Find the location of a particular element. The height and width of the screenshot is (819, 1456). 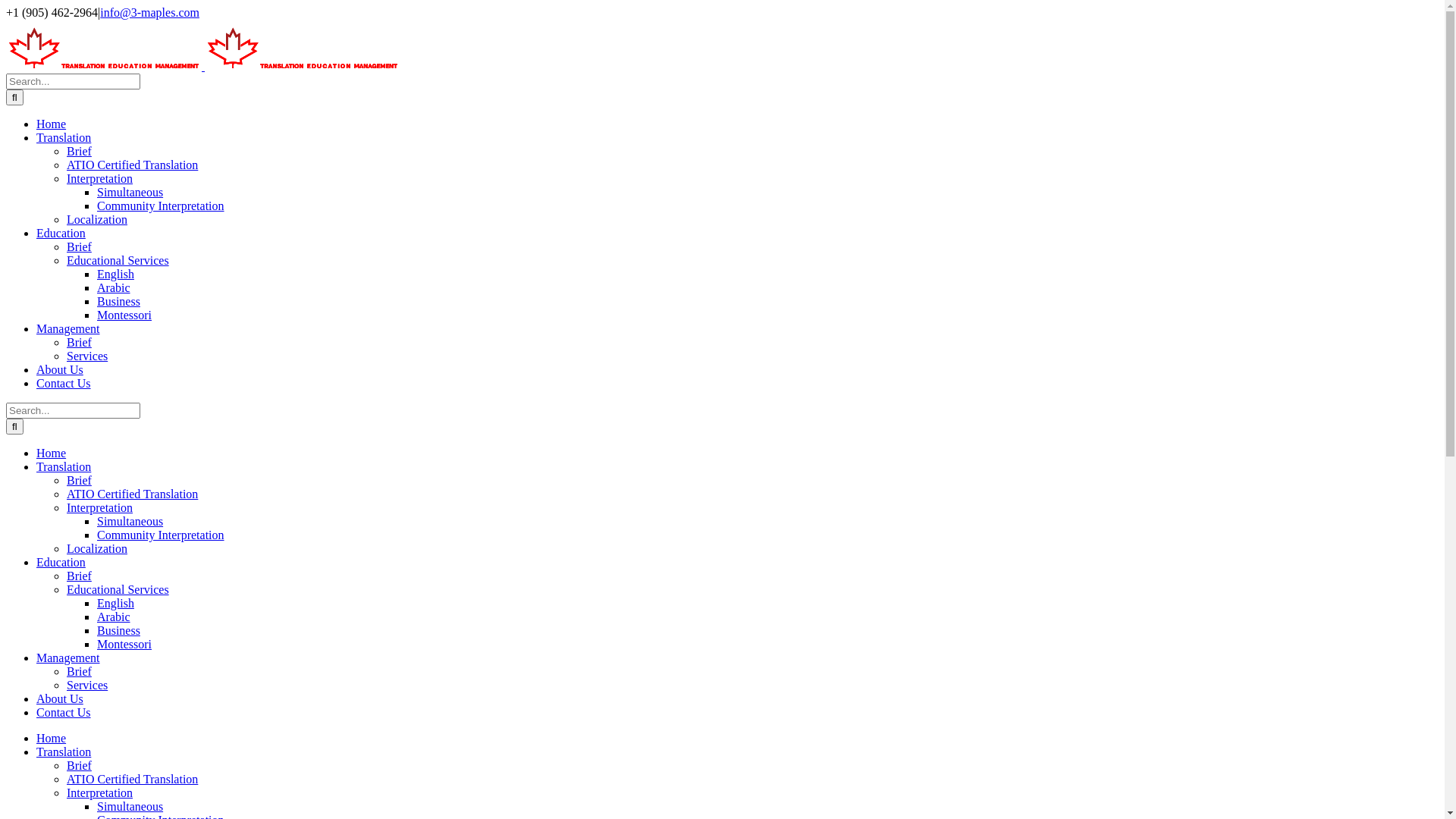

'Montessori' is located at coordinates (124, 314).